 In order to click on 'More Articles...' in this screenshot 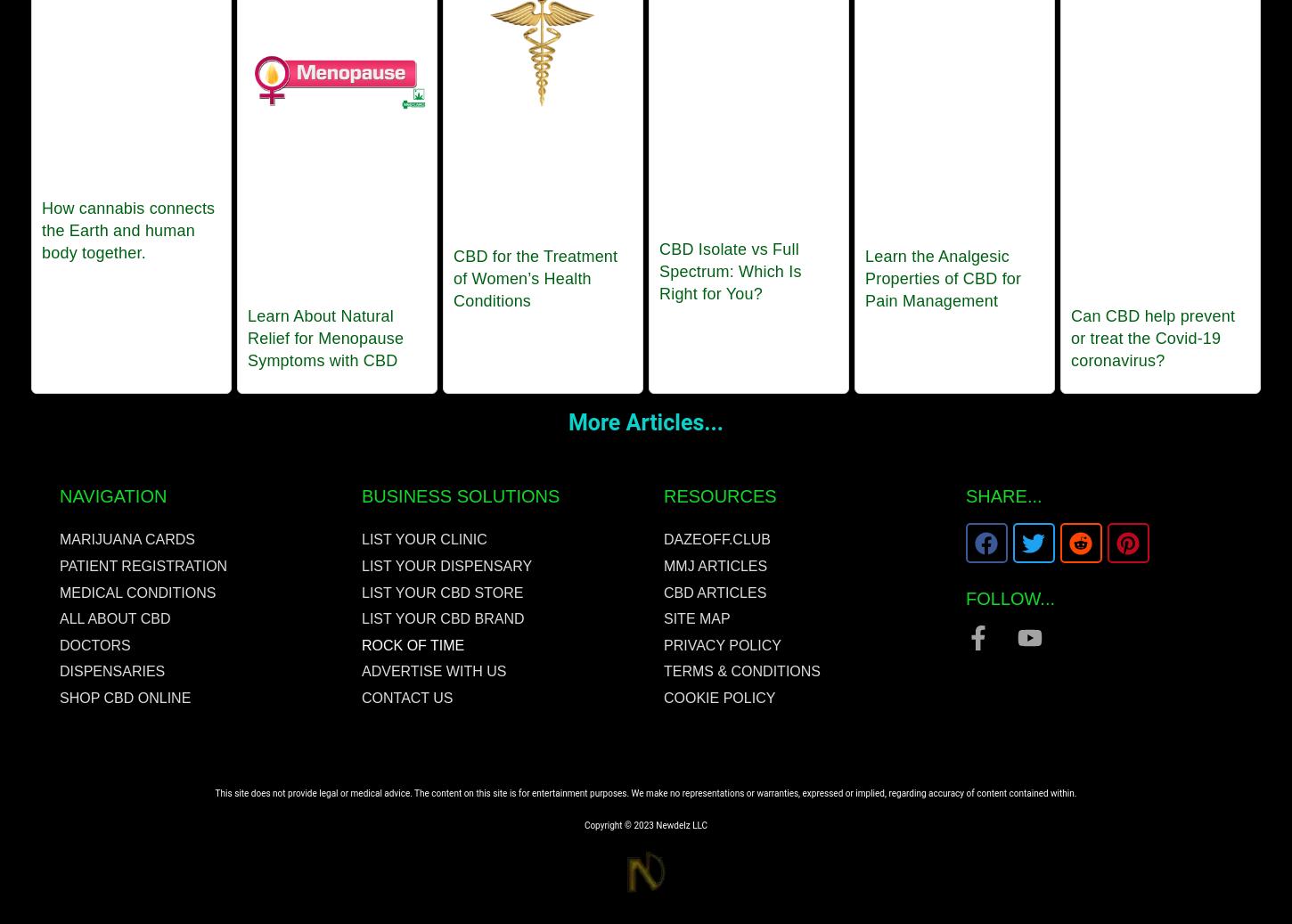, I will do `click(644, 421)`.